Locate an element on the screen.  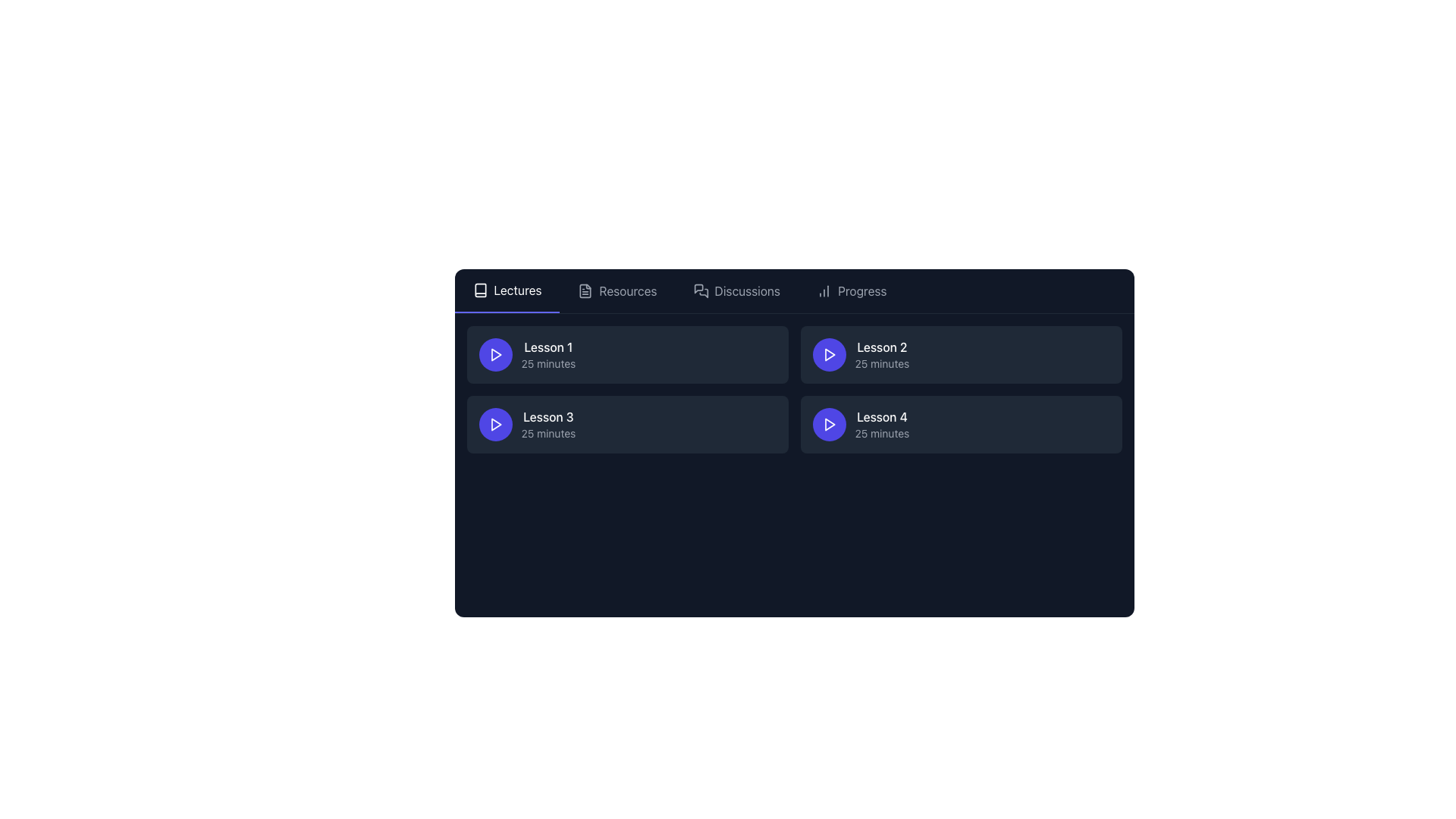
duration information displayed in the text label indicating '25 minutes', which is located directly below 'Lesson 4' in the bottom-right corner of the grid layout is located at coordinates (882, 433).